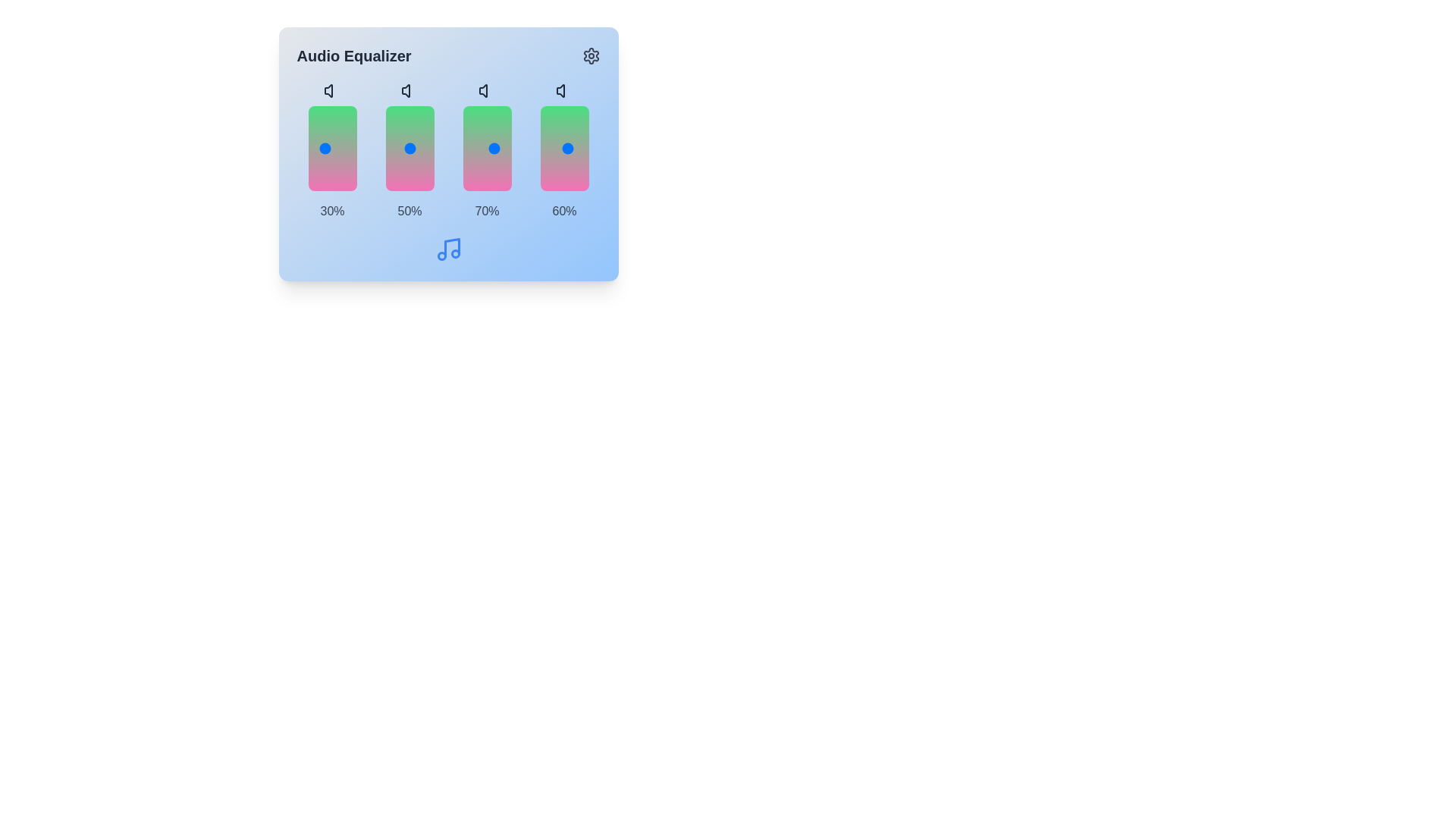  What do you see at coordinates (447, 248) in the screenshot?
I see `the music icon at the bottom center of the component` at bounding box center [447, 248].